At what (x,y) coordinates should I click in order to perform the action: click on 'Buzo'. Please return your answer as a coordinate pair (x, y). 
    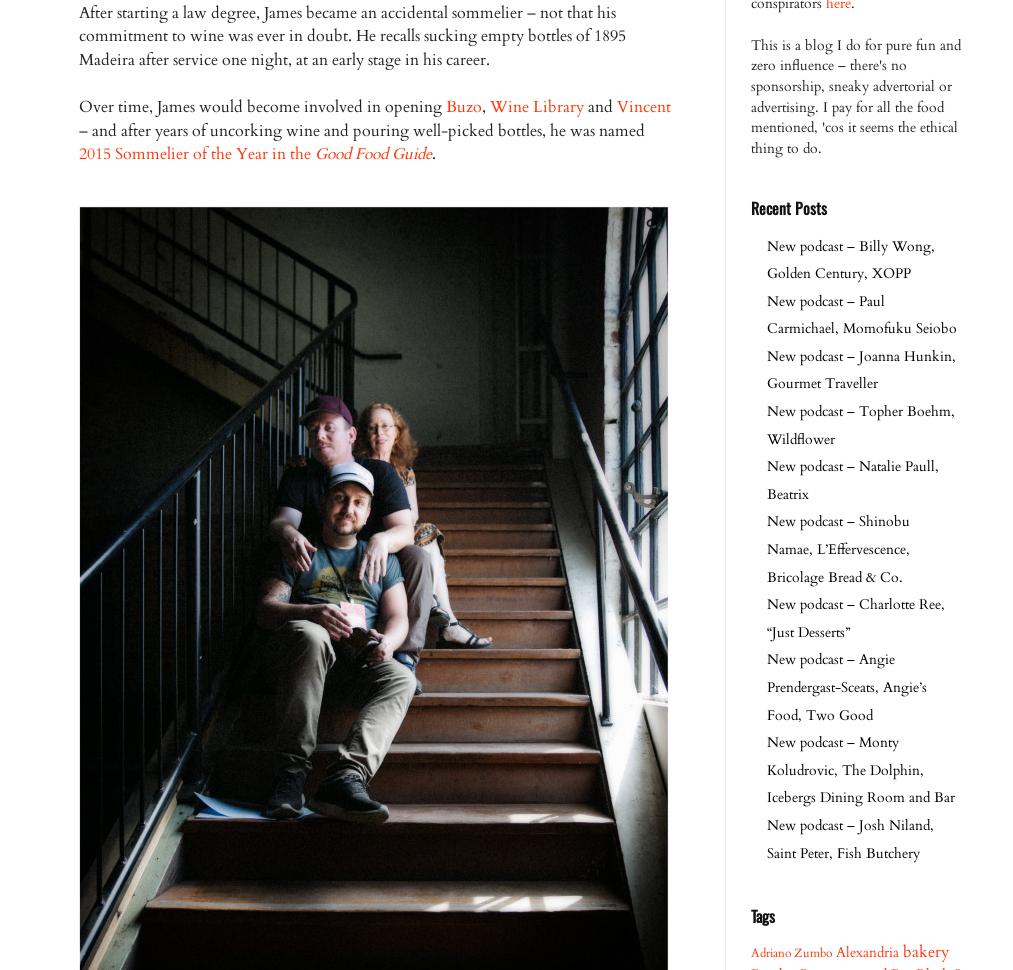
    Looking at the image, I should click on (462, 106).